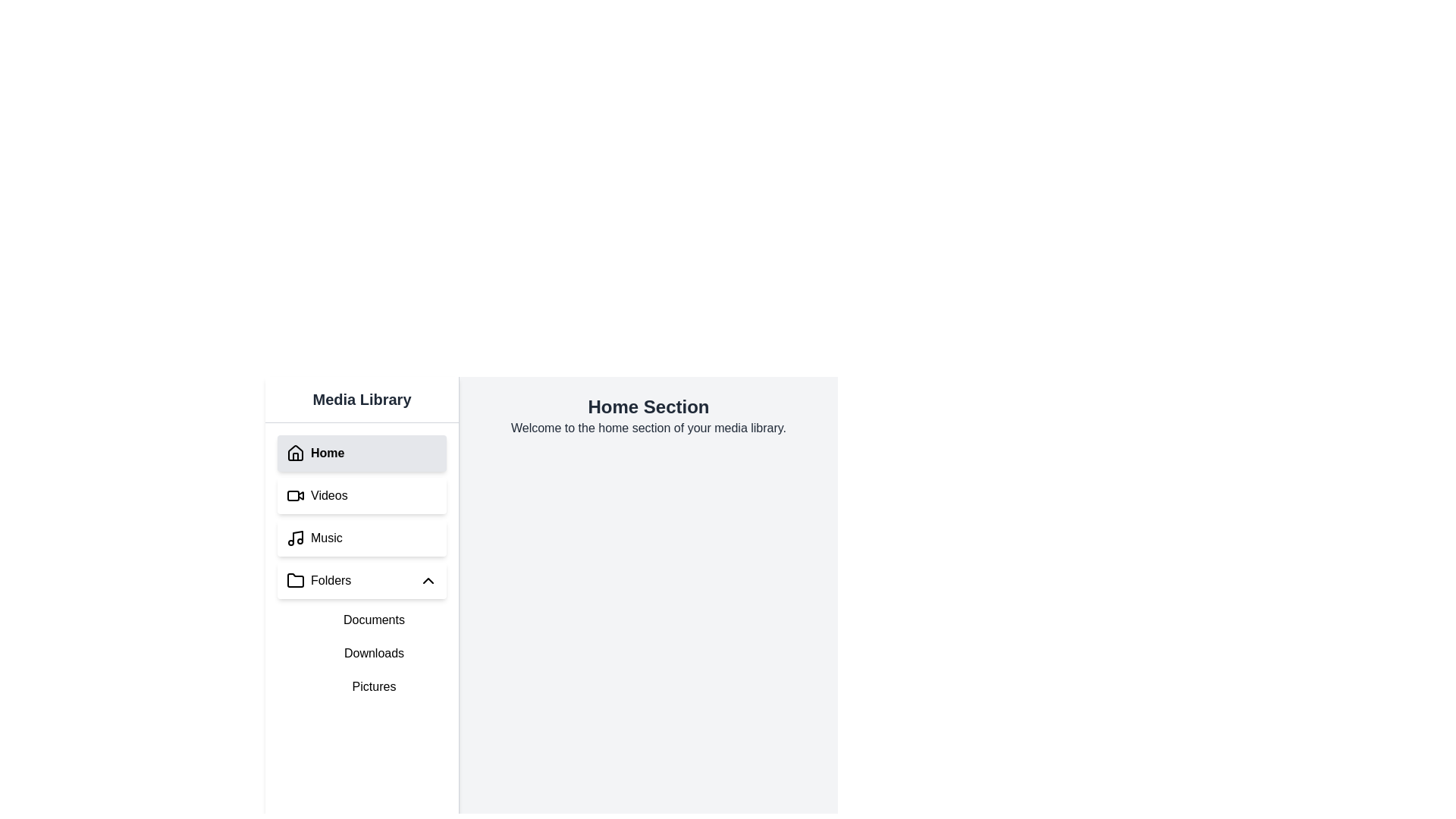 Image resolution: width=1456 pixels, height=819 pixels. I want to click on the second folder link in the sidebar under the 'Folders' header, so click(361, 652).